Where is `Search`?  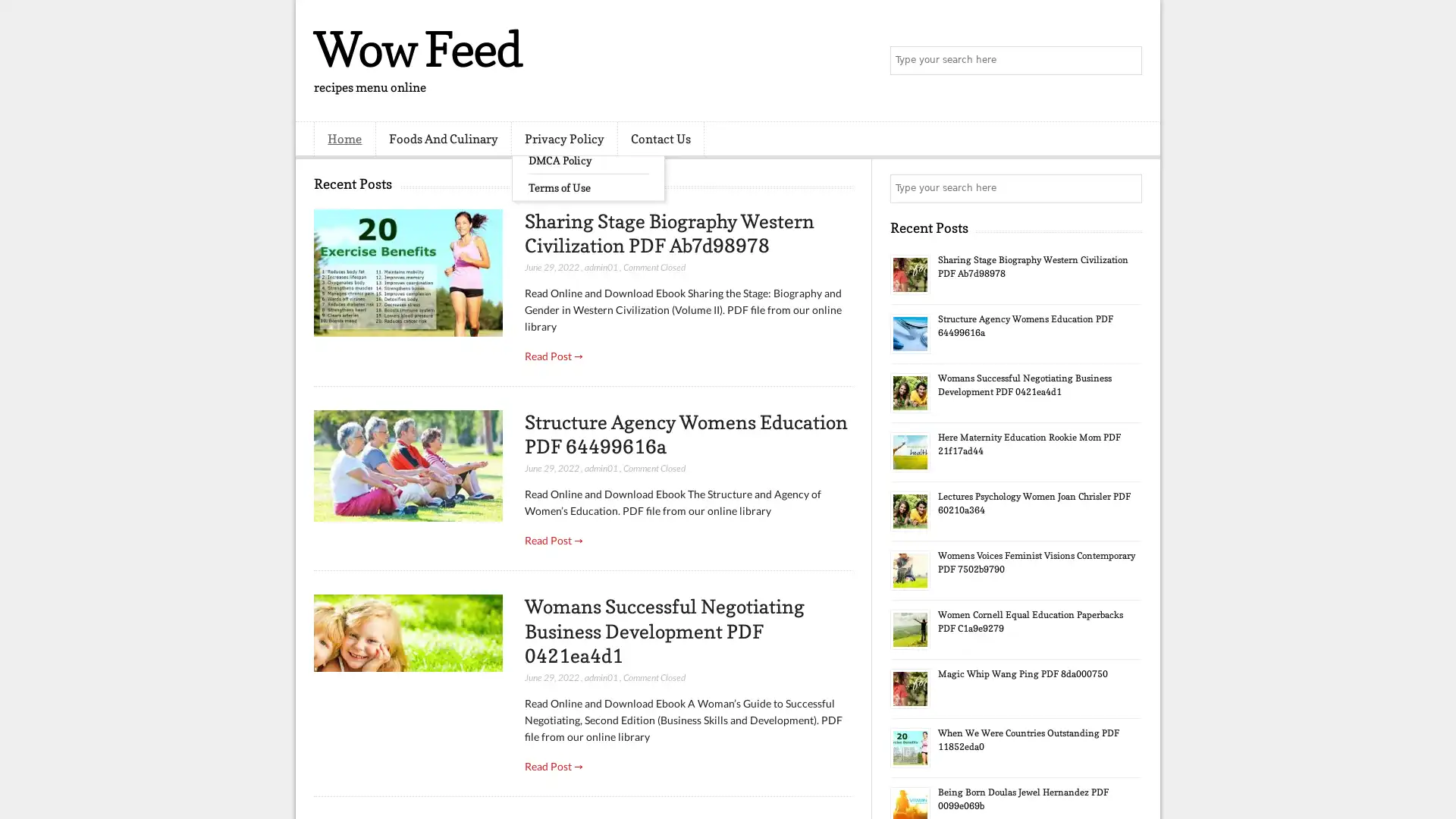
Search is located at coordinates (1126, 61).